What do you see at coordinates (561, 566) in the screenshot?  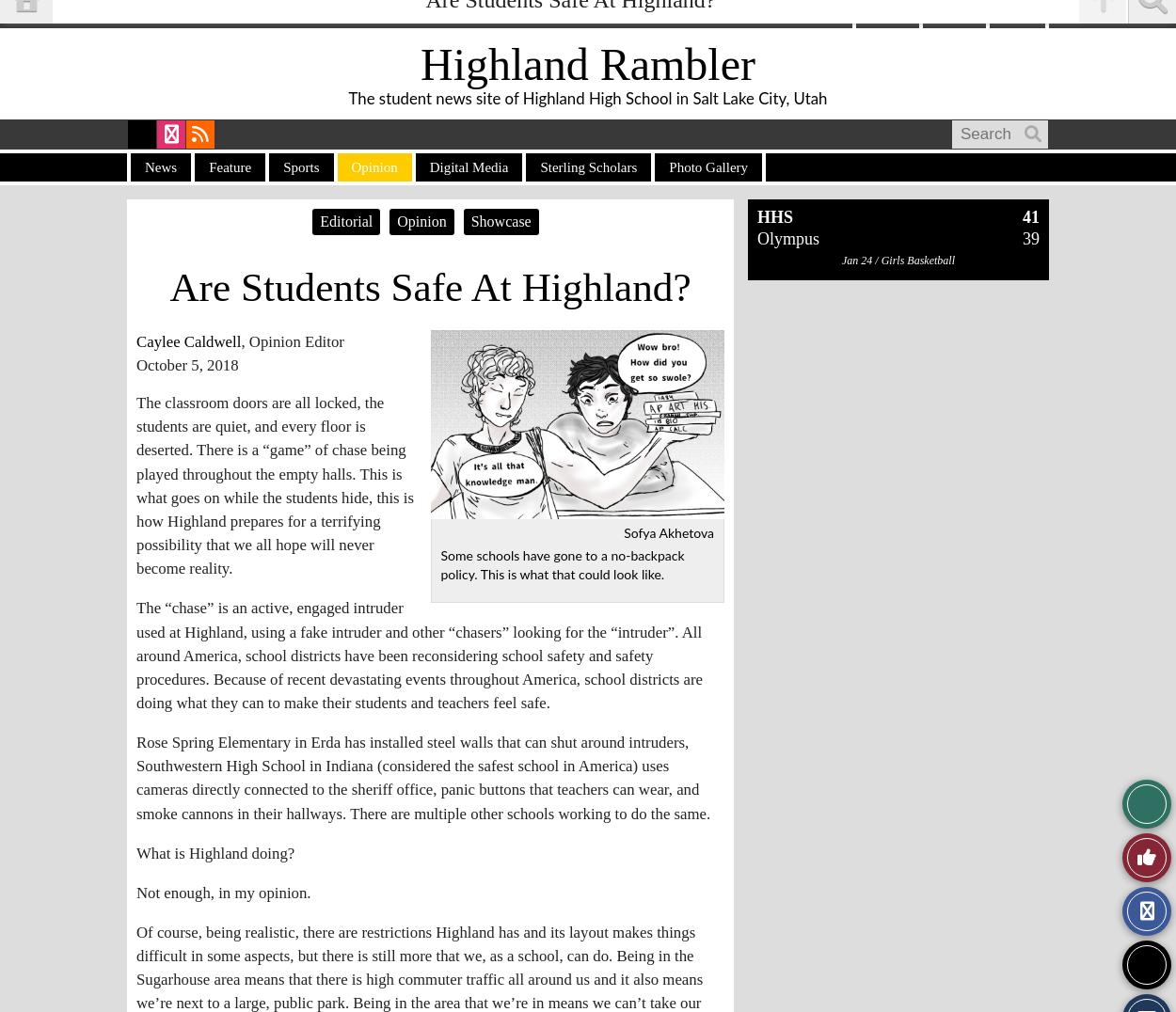 I see `'Some schools have gone to a no-backpack policy. This is what that could look like.'` at bounding box center [561, 566].